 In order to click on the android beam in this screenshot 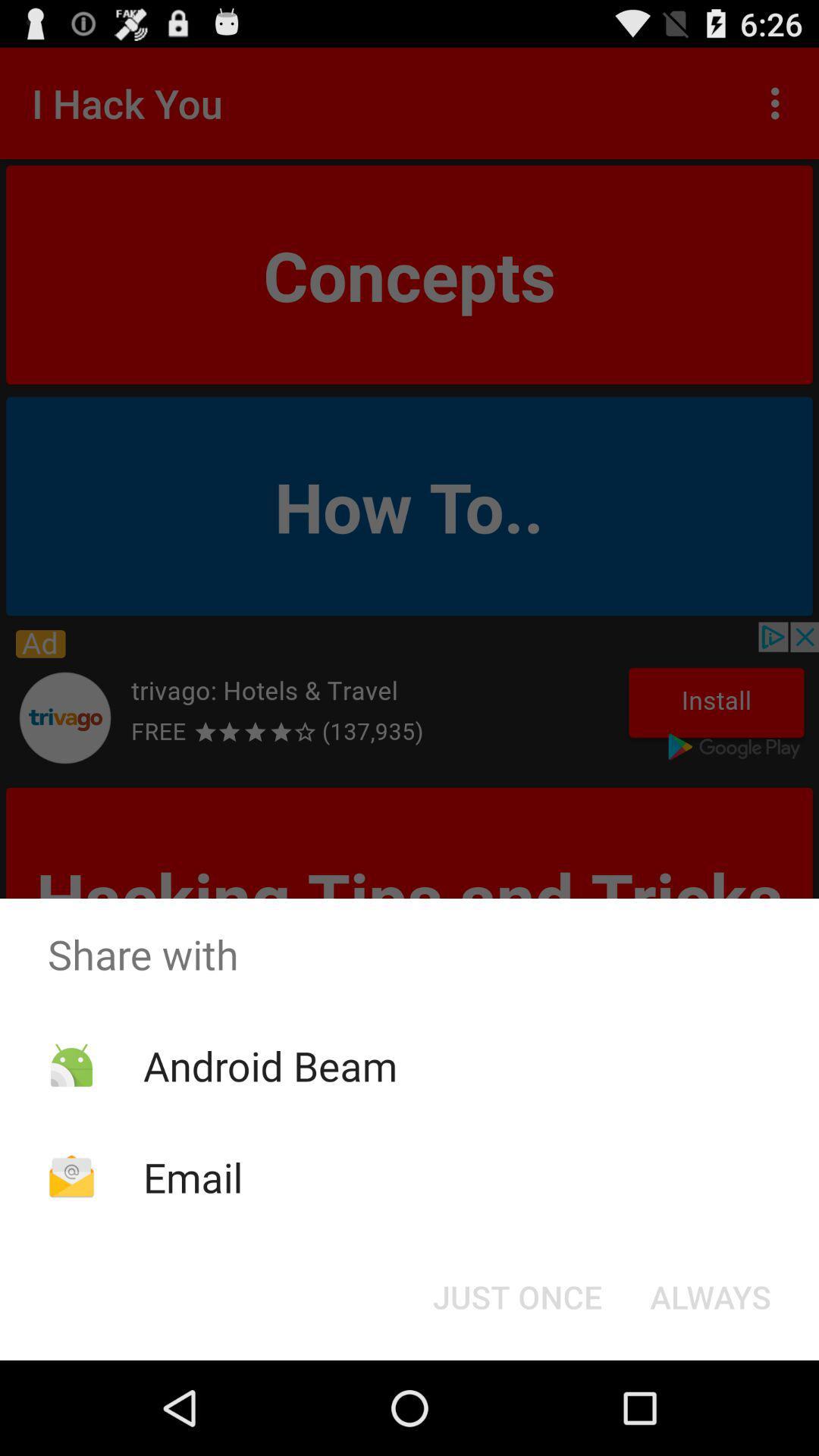, I will do `click(269, 1065)`.